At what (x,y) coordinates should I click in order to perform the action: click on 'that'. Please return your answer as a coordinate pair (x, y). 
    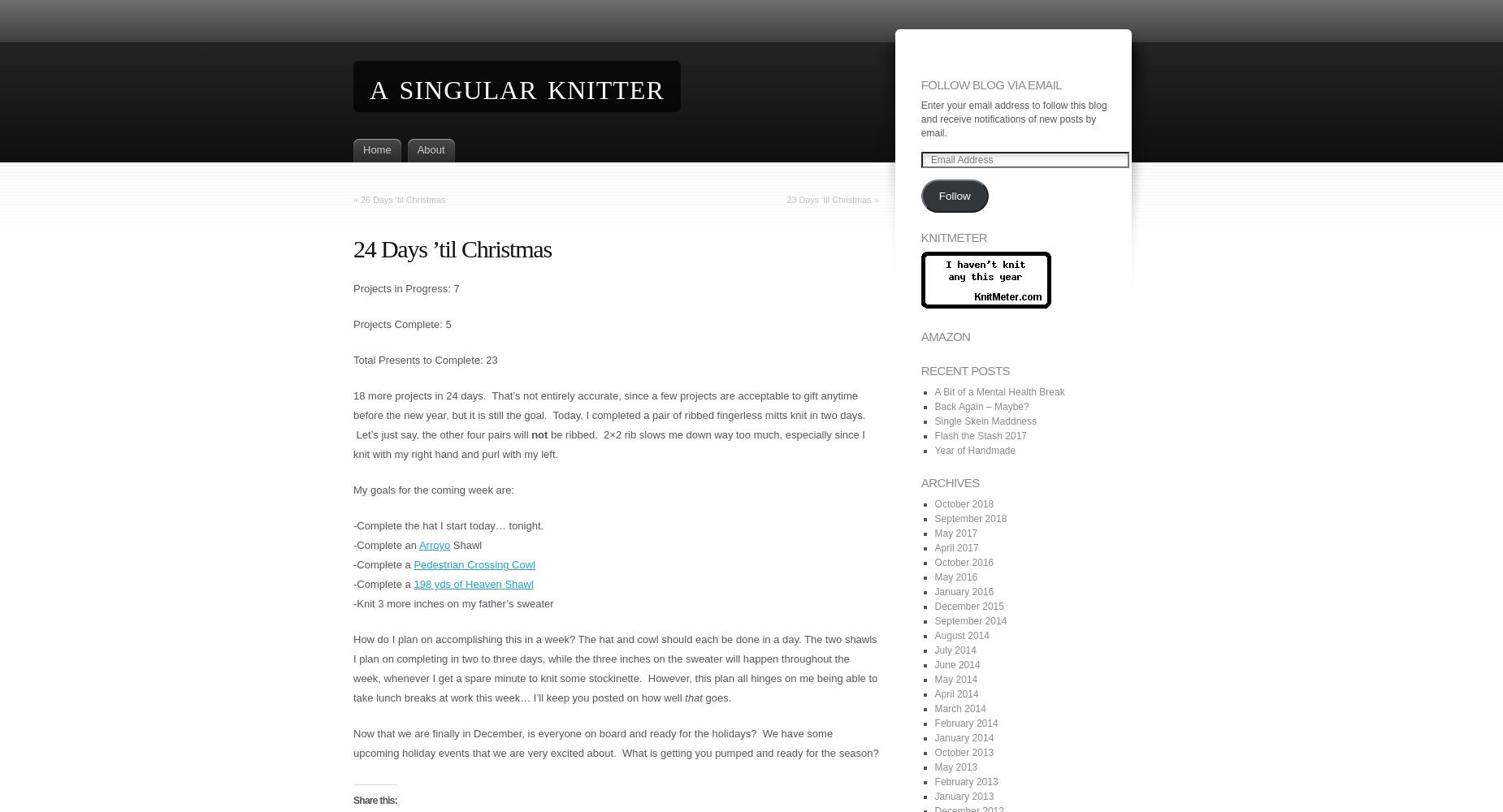
    Looking at the image, I should click on (693, 697).